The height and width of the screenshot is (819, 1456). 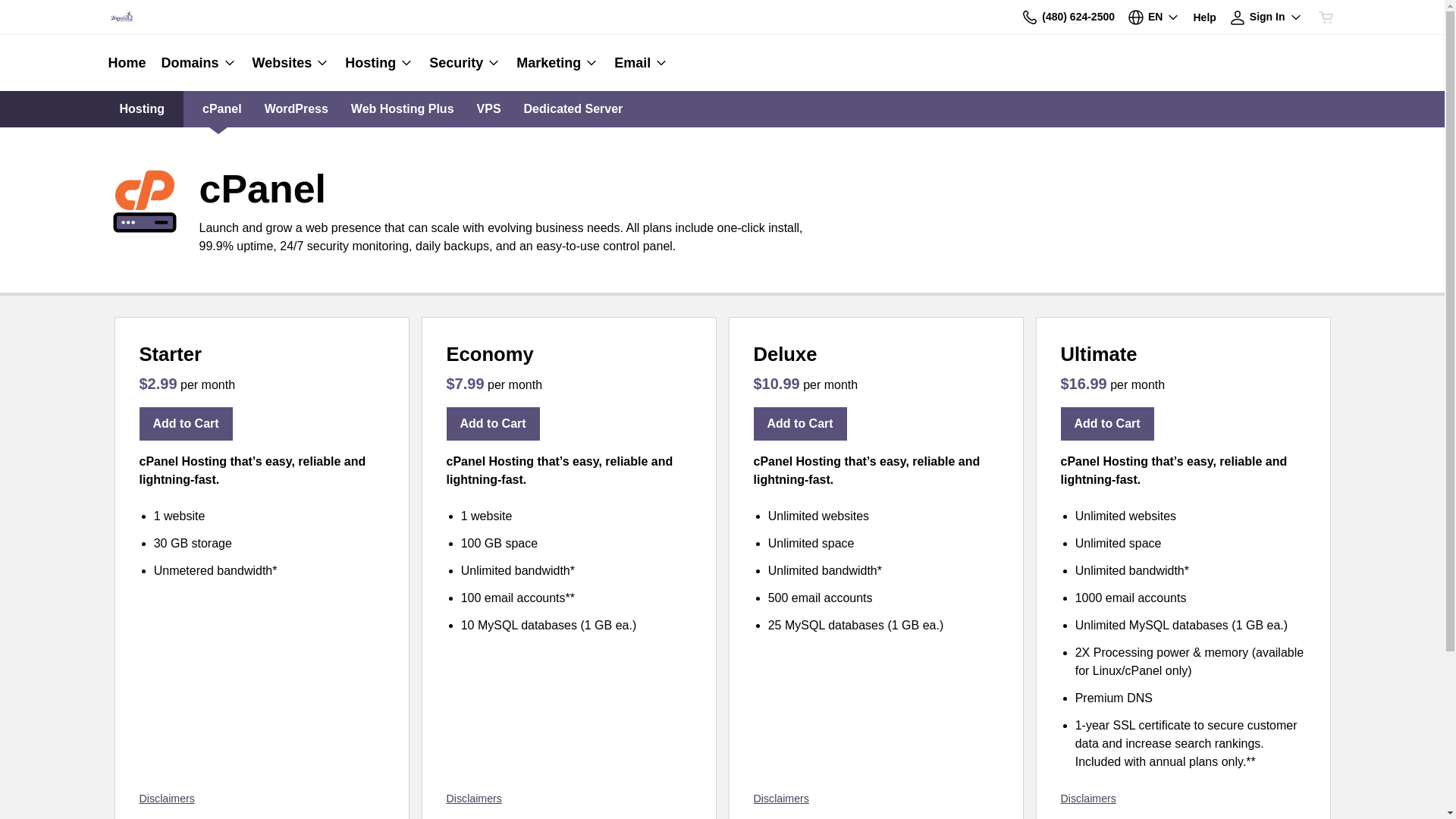 I want to click on 'Sign In', so click(x=1266, y=17).